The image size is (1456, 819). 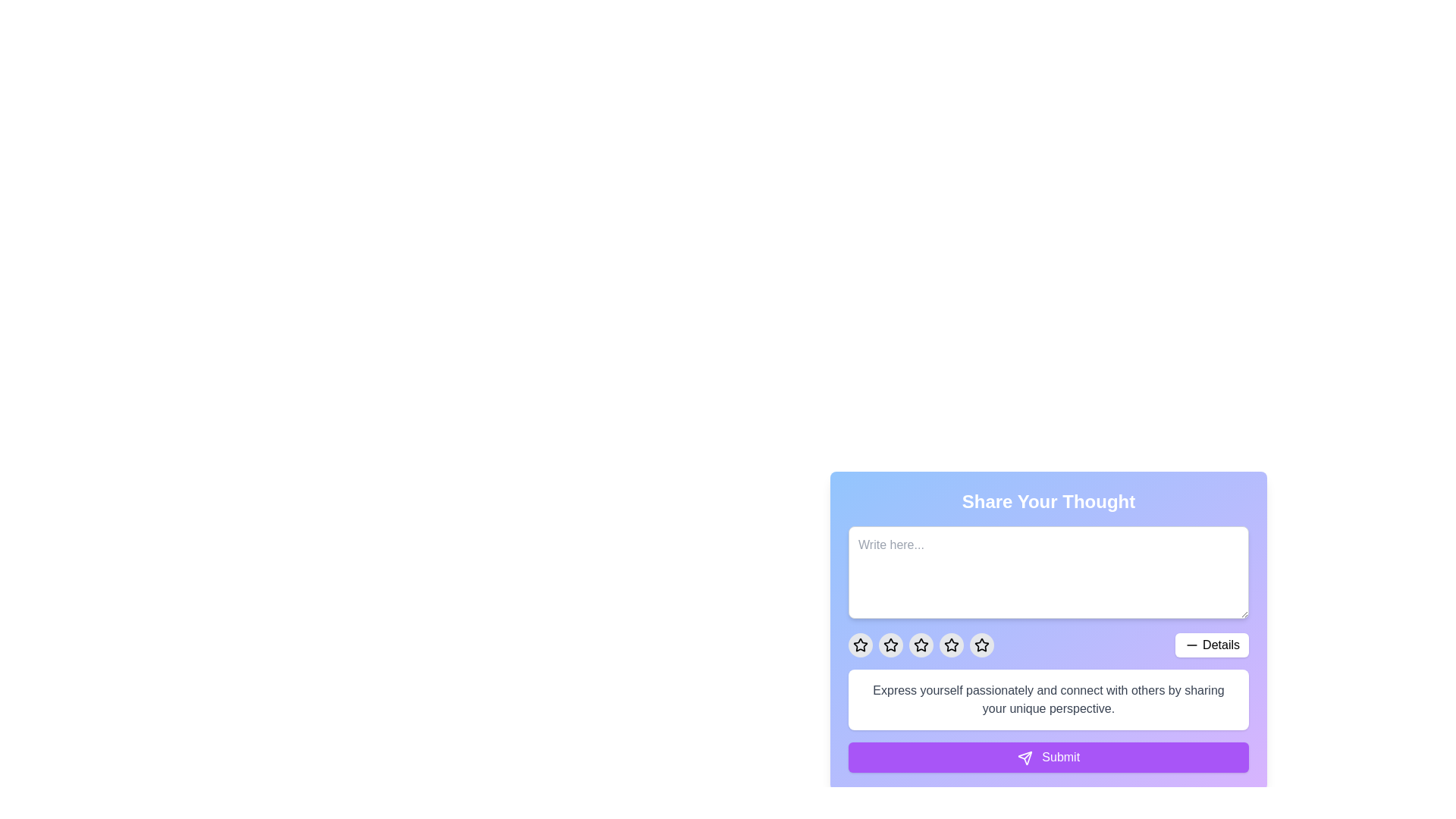 What do you see at coordinates (1047, 699) in the screenshot?
I see `the informational text box located below the rating stars and above the 'Submit' button, which encourages user engagement` at bounding box center [1047, 699].